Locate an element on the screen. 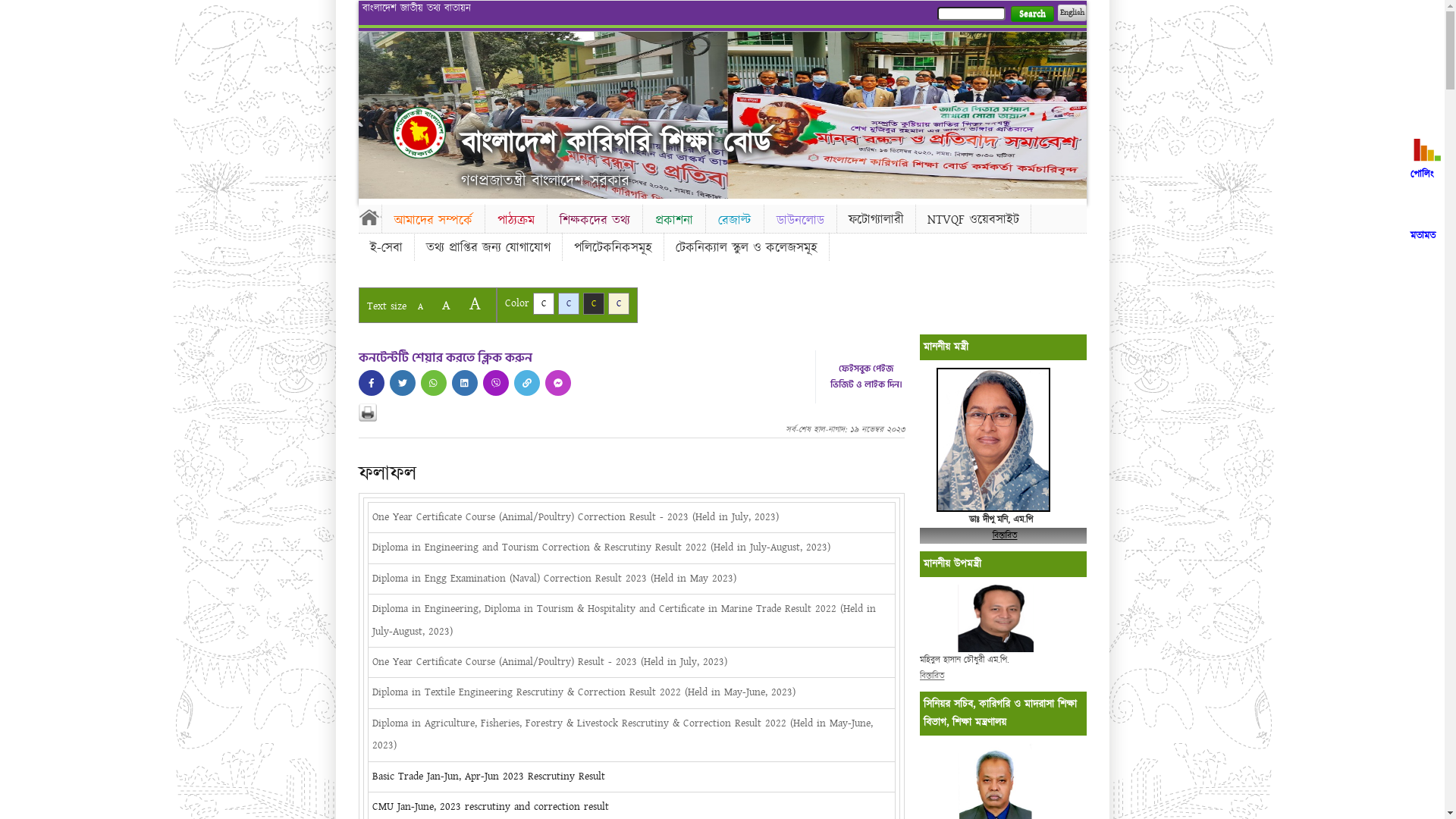 Image resolution: width=1456 pixels, height=819 pixels. 'Home' is located at coordinates (419, 131).